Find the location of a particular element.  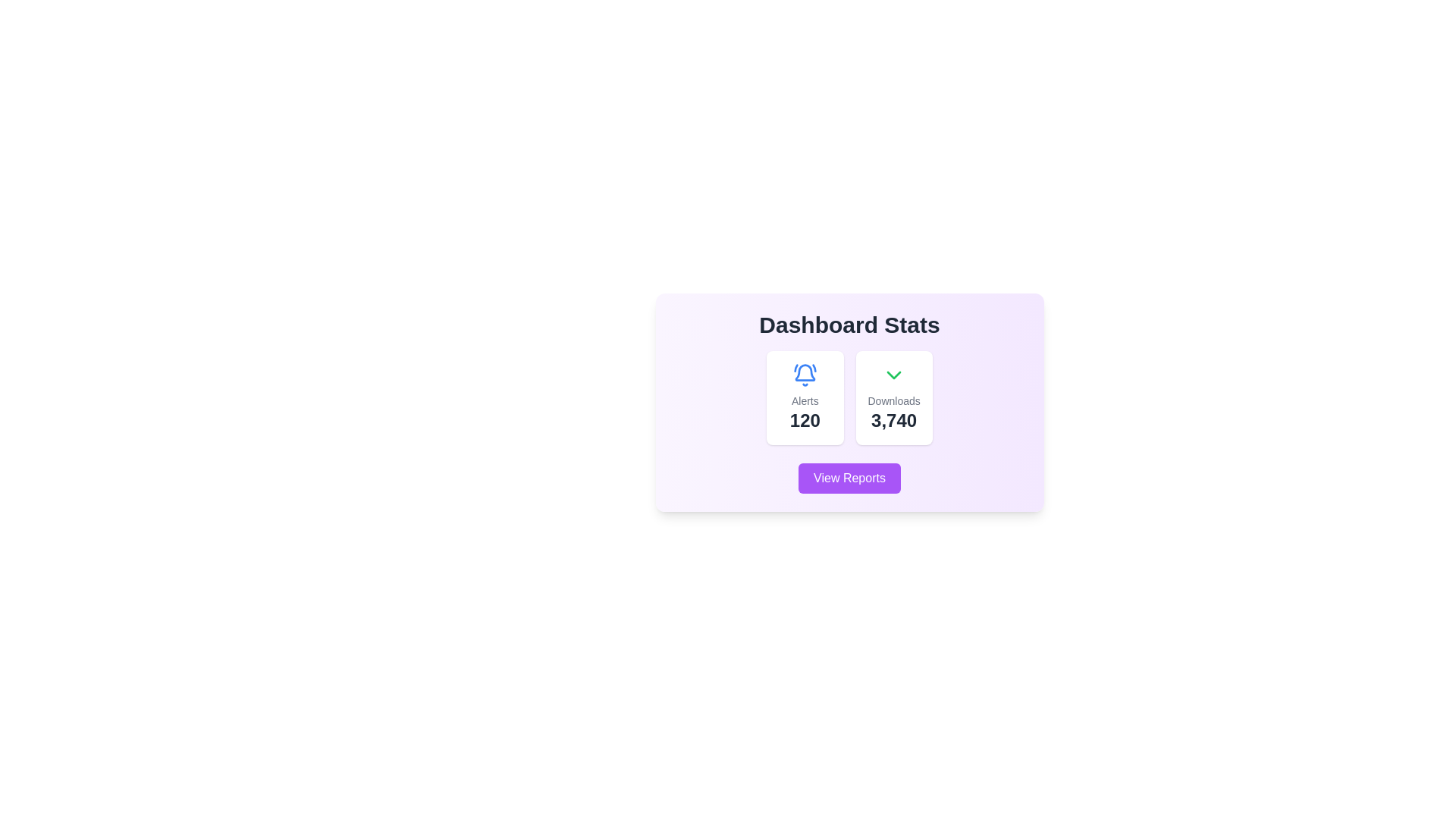

the text display element that shows the total number of downloads is located at coordinates (894, 421).